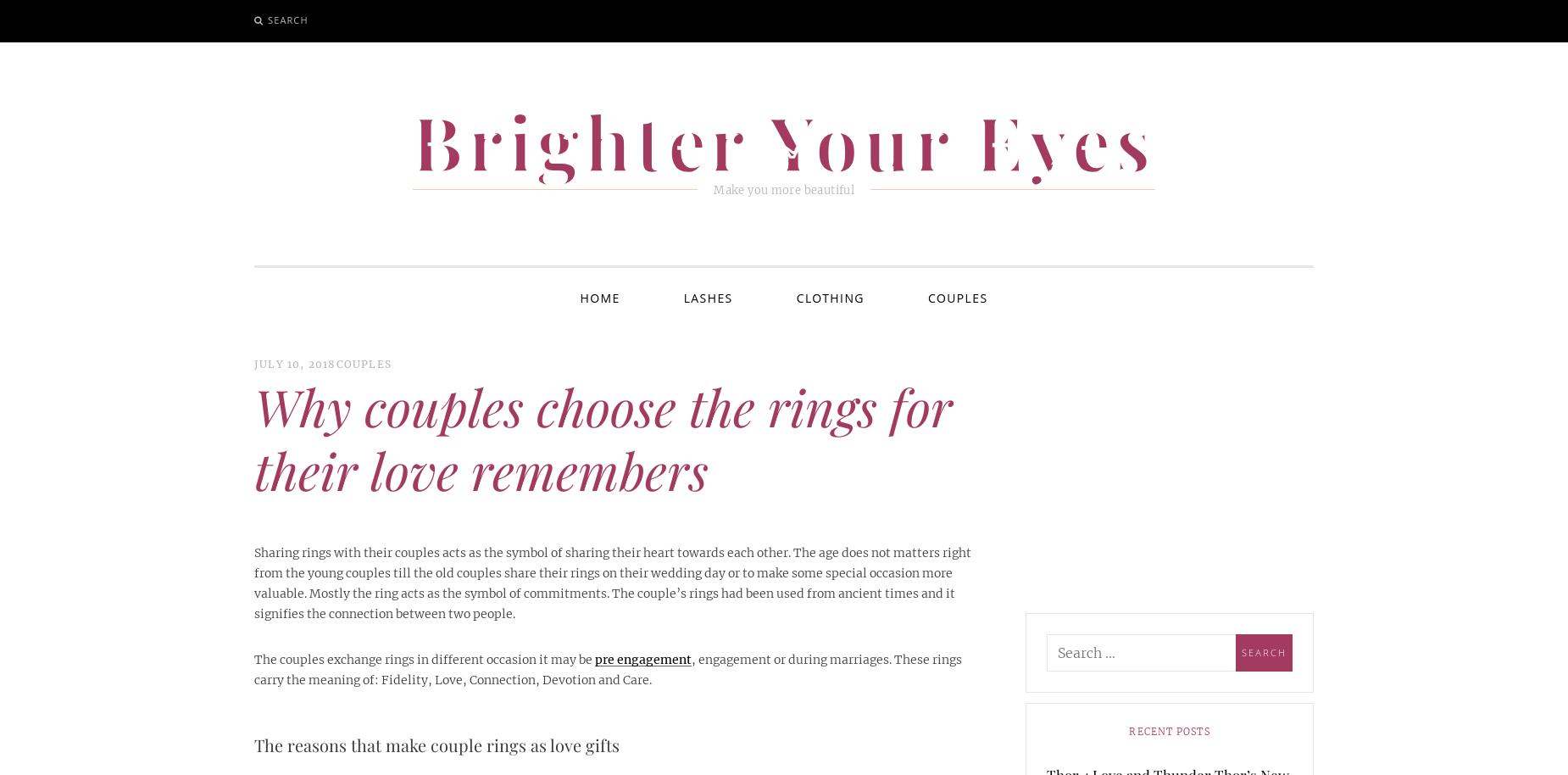 The height and width of the screenshot is (775, 1568). I want to click on 'Lashes', so click(683, 296).